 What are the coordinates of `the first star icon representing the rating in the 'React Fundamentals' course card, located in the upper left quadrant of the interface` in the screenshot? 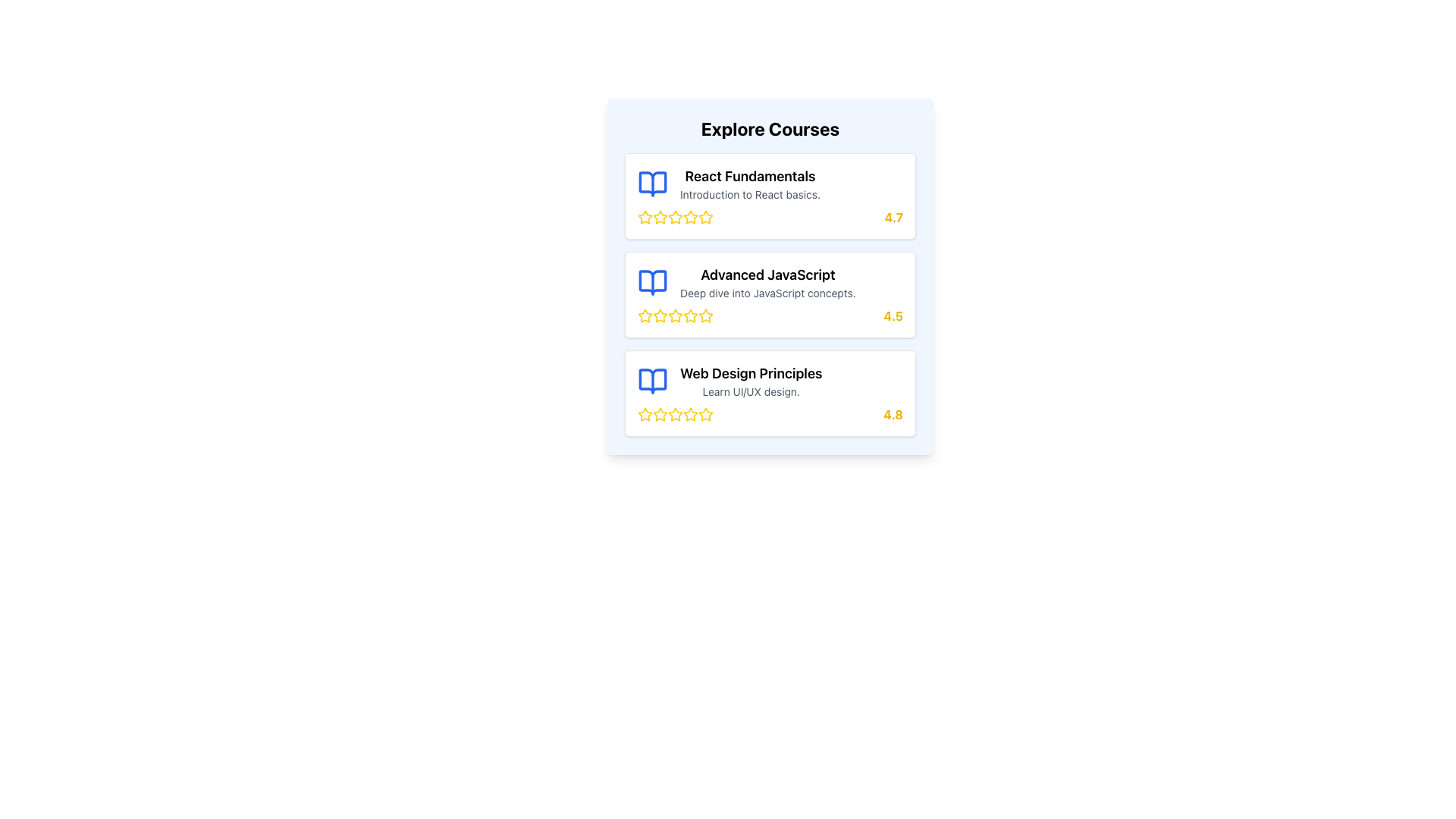 It's located at (675, 217).